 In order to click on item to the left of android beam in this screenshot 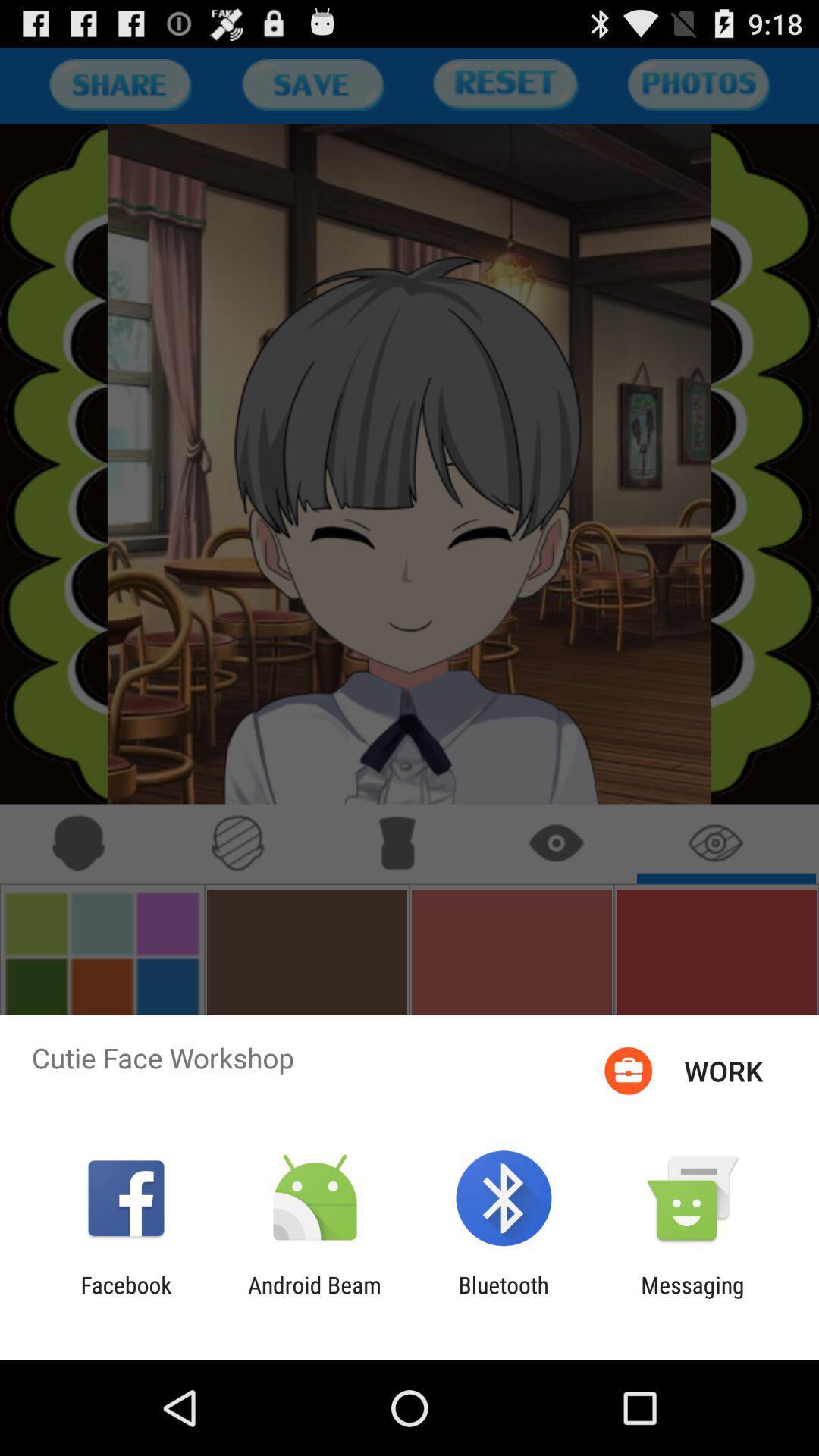, I will do `click(125, 1298)`.